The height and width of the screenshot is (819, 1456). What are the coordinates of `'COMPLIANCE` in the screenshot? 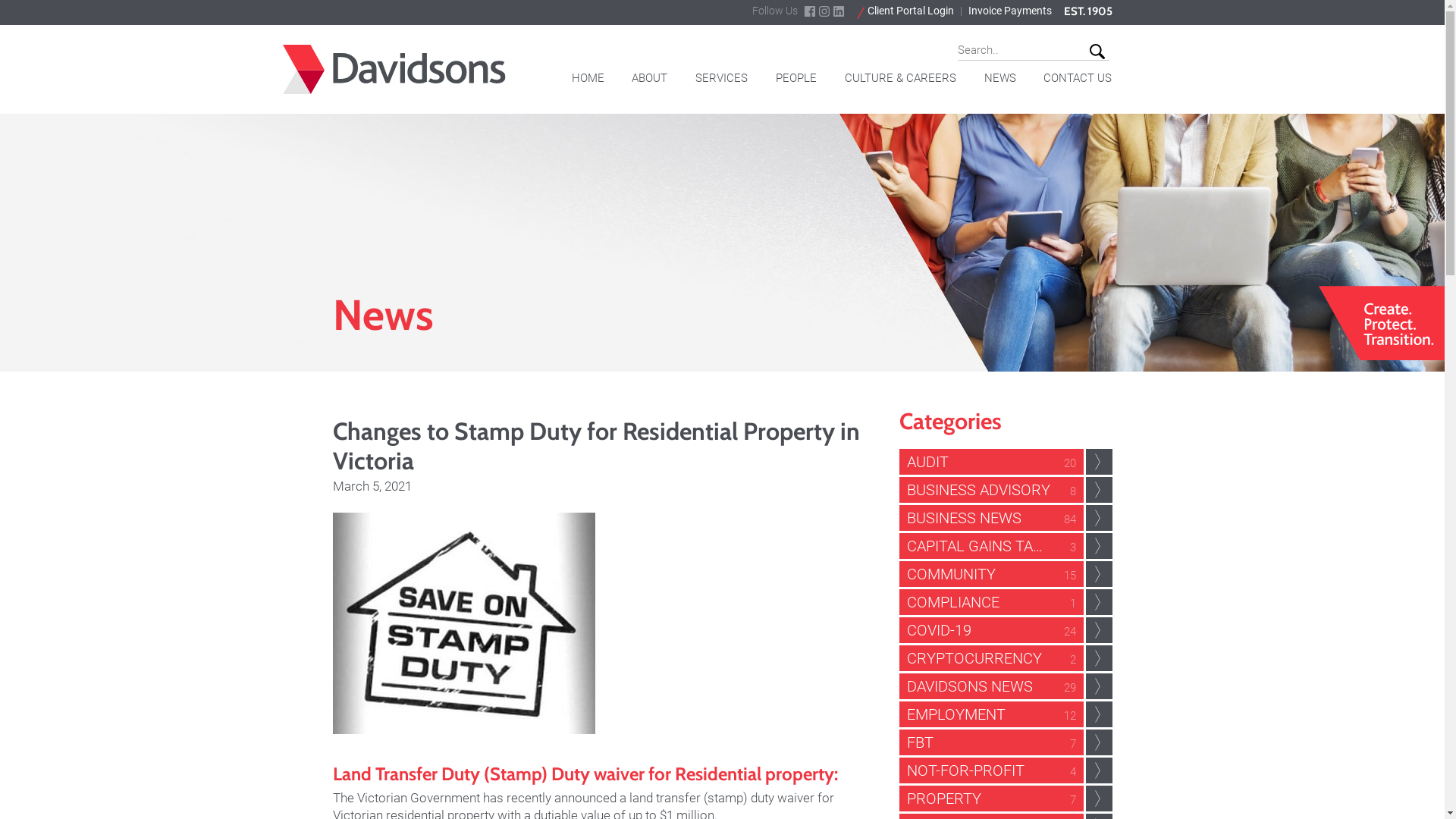 It's located at (1005, 601).